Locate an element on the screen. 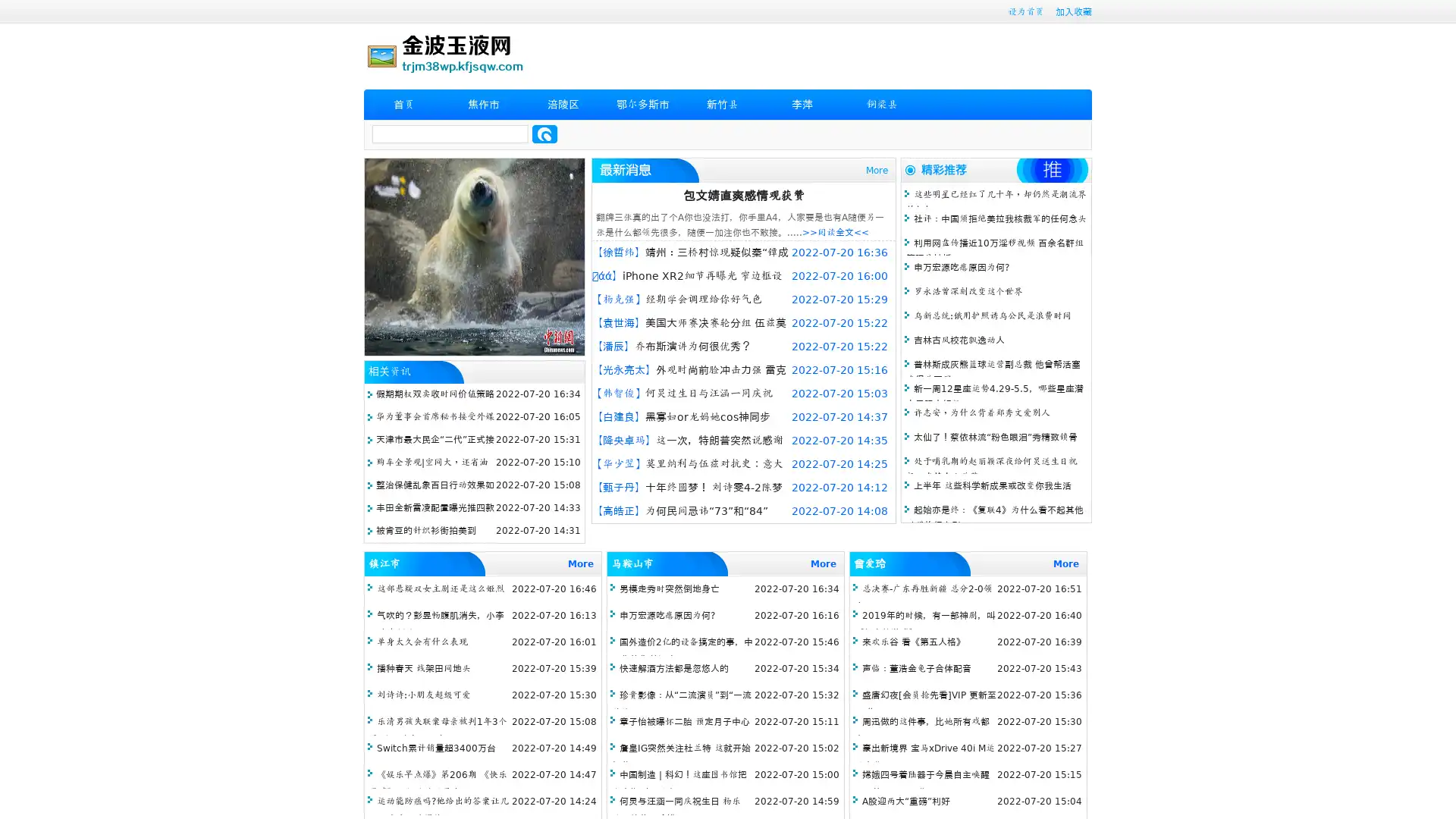 This screenshot has height=819, width=1456. Search is located at coordinates (544, 133).